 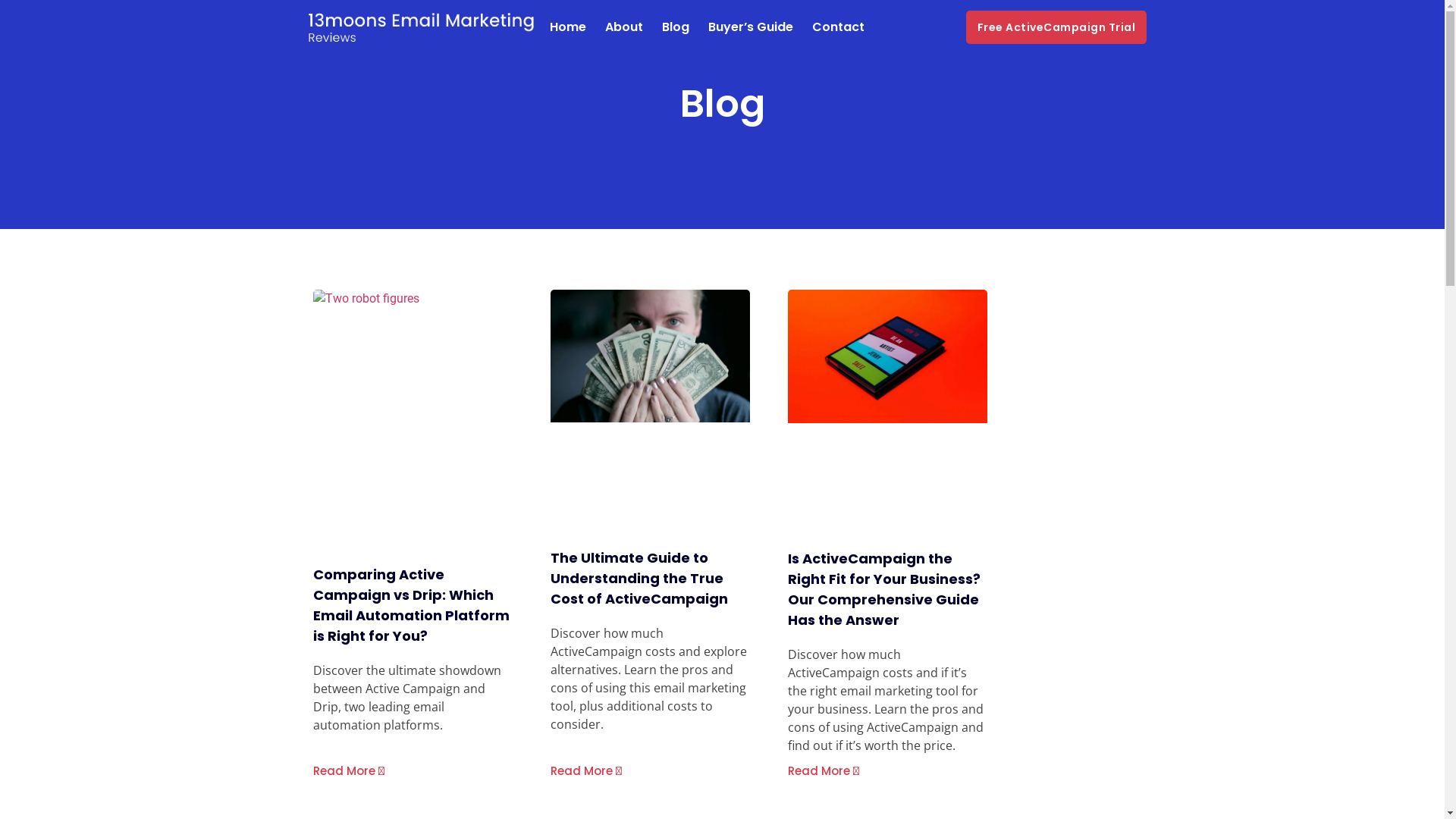 I want to click on 'About', so click(x=623, y=27).